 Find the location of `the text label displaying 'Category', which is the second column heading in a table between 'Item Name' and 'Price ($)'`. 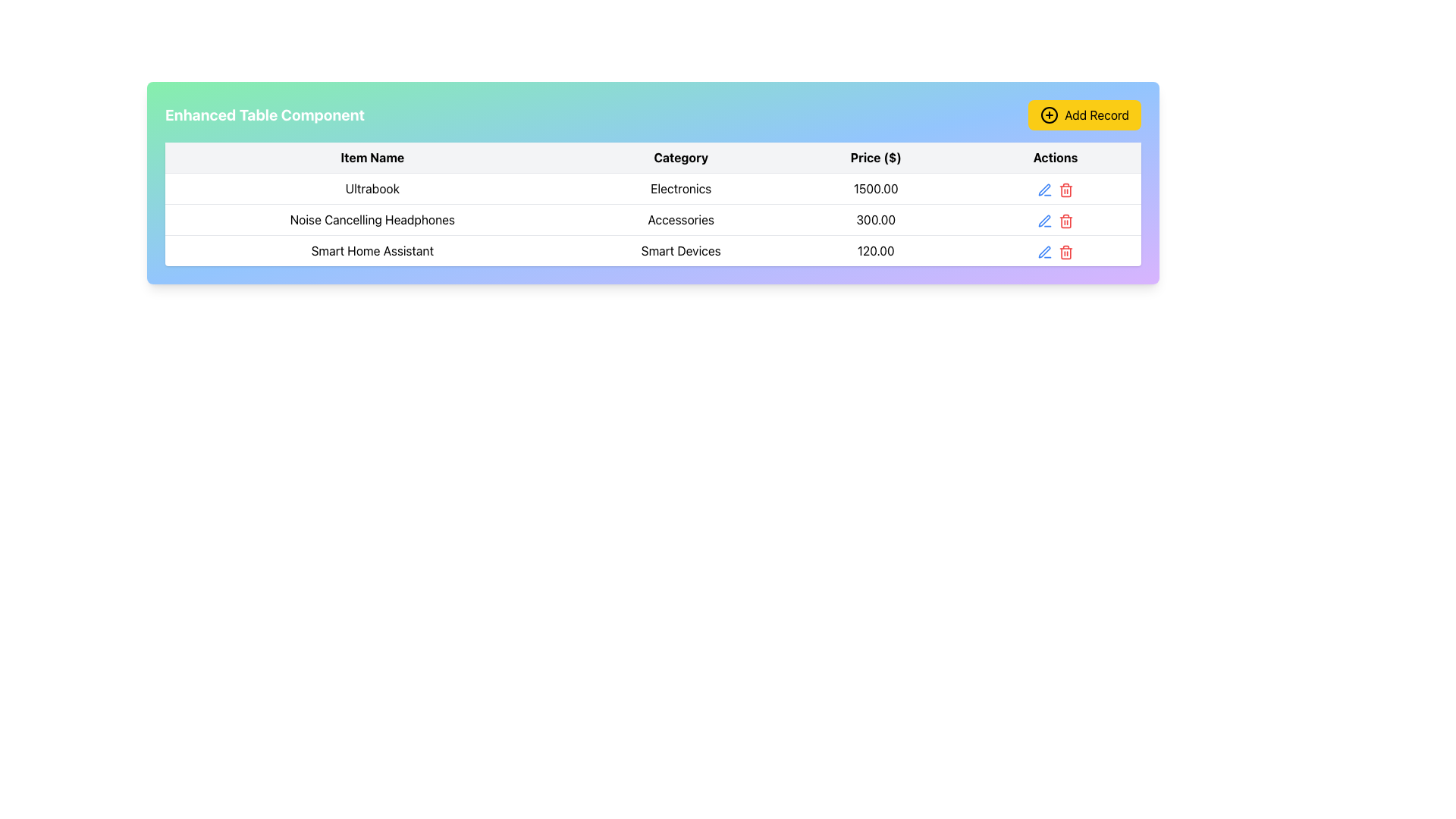

the text label displaying 'Category', which is the second column heading in a table between 'Item Name' and 'Price ($)' is located at coordinates (680, 158).